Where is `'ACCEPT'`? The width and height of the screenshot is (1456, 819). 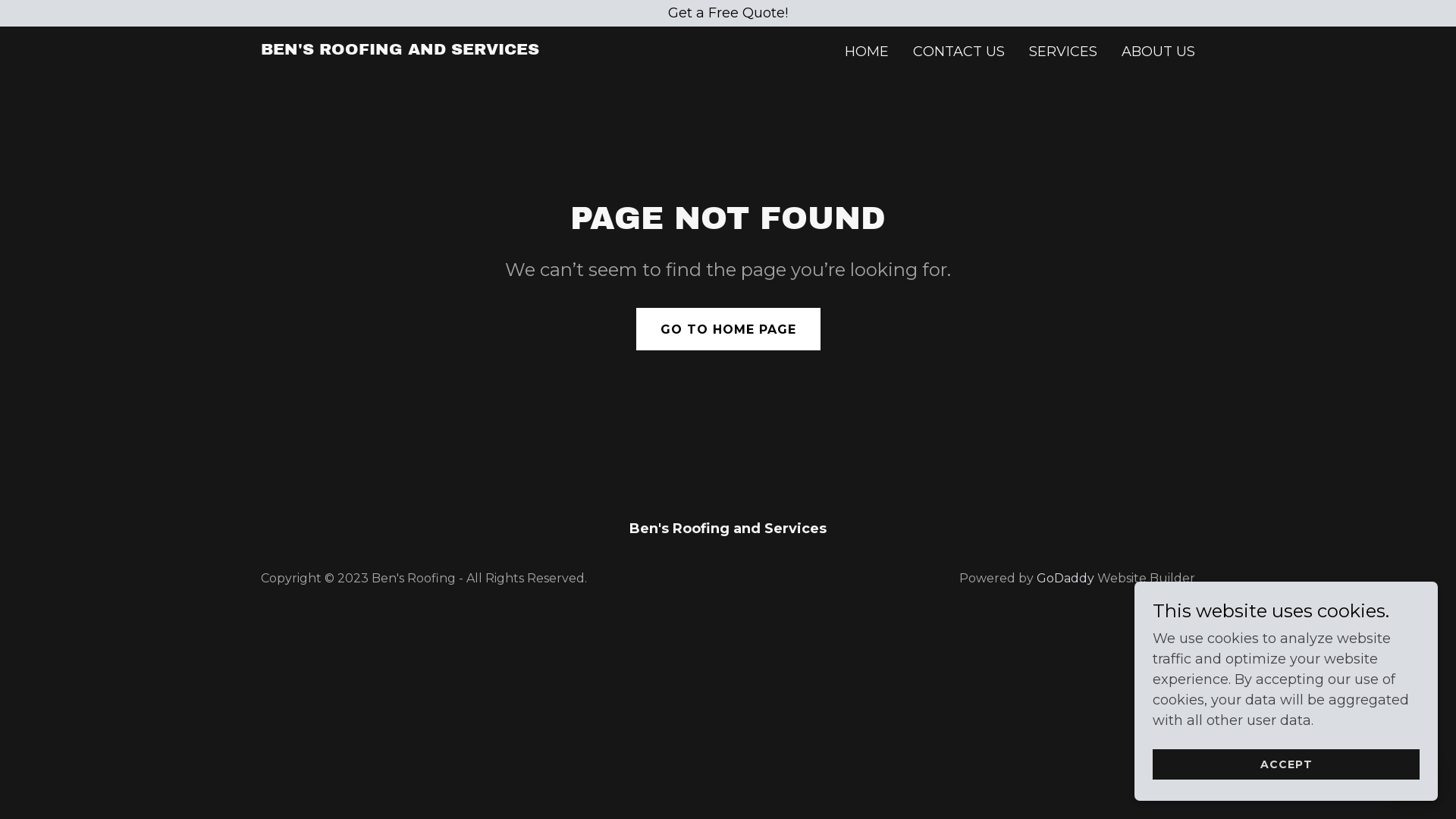
'ACCEPT' is located at coordinates (1285, 764).